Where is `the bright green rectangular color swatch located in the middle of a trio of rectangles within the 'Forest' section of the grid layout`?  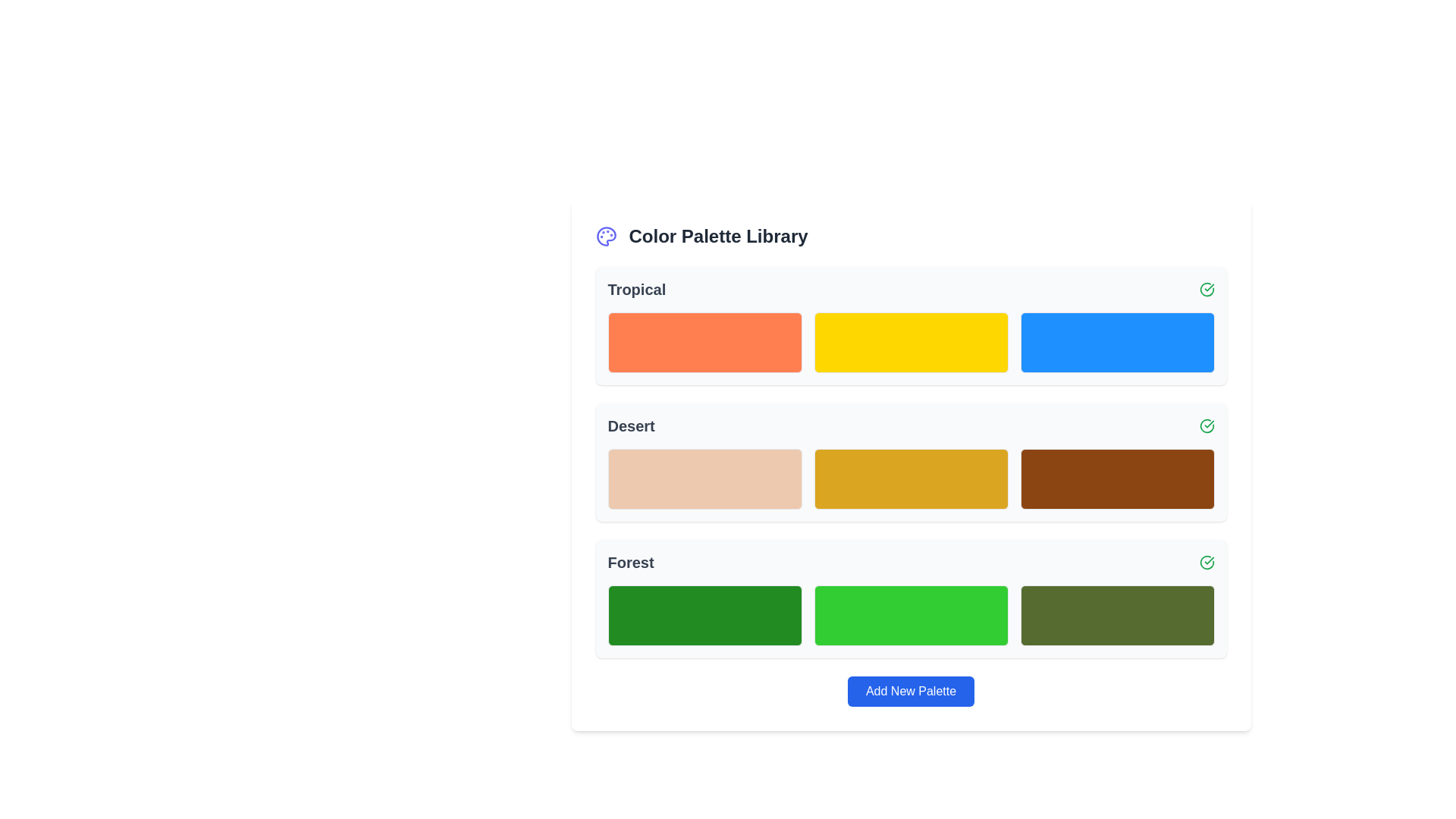
the bright green rectangular color swatch located in the middle of a trio of rectangles within the 'Forest' section of the grid layout is located at coordinates (910, 616).